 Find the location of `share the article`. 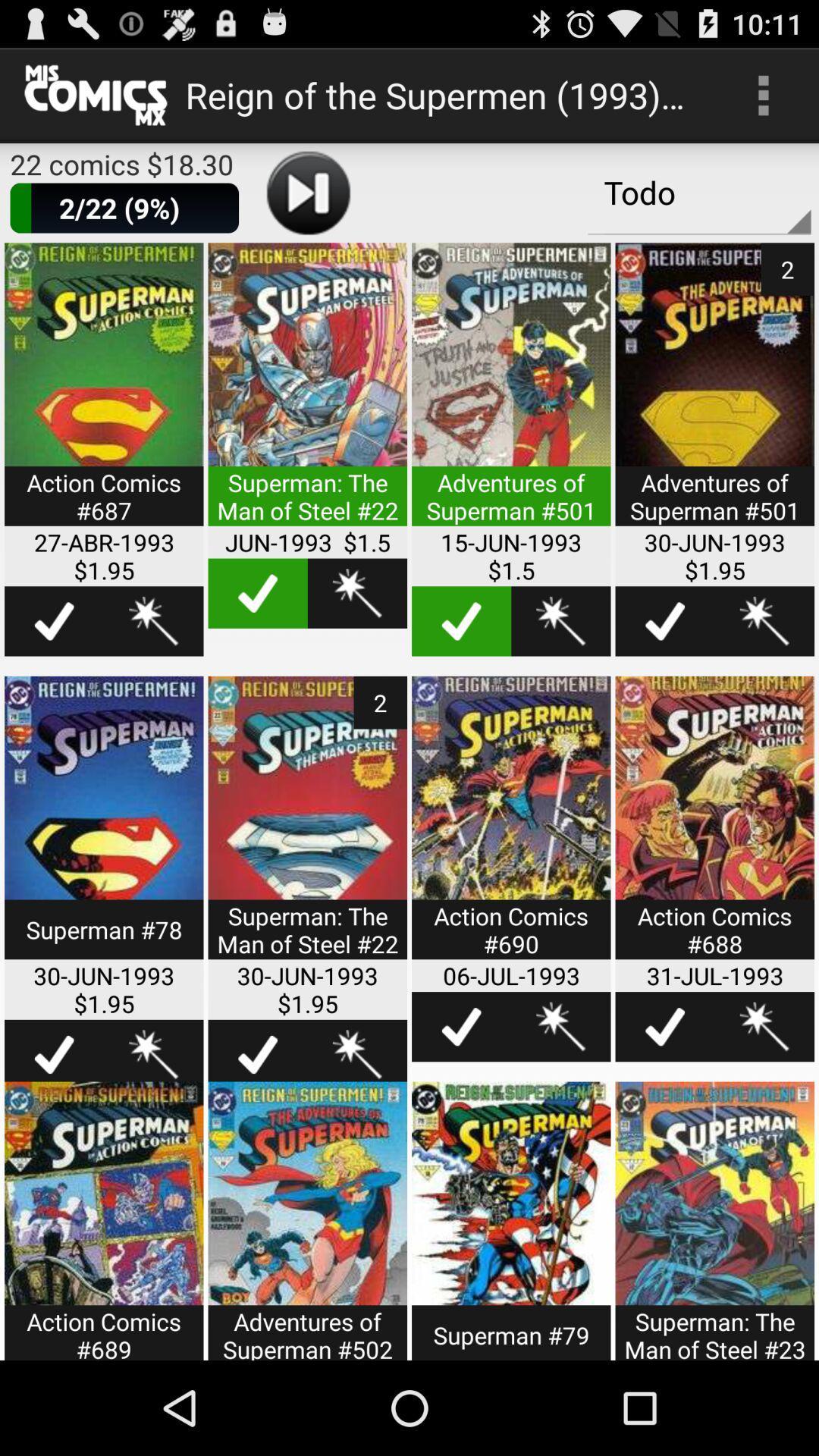

share the article is located at coordinates (560, 621).